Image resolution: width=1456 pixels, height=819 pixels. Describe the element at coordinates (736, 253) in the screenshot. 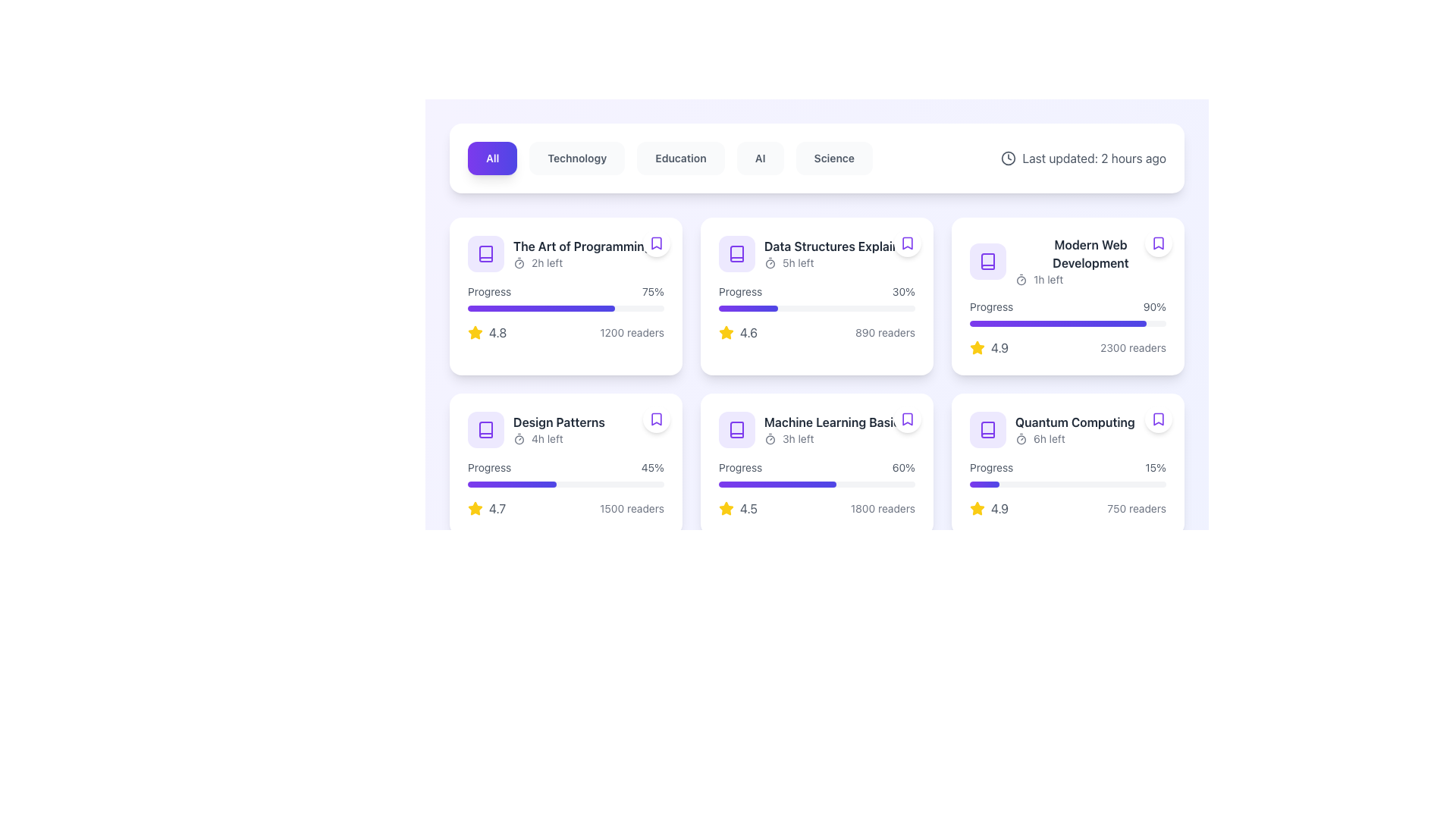

I see `the book icon in the second card of the content grid layout to interact with the item titled 'Data Structures Explained'` at that location.